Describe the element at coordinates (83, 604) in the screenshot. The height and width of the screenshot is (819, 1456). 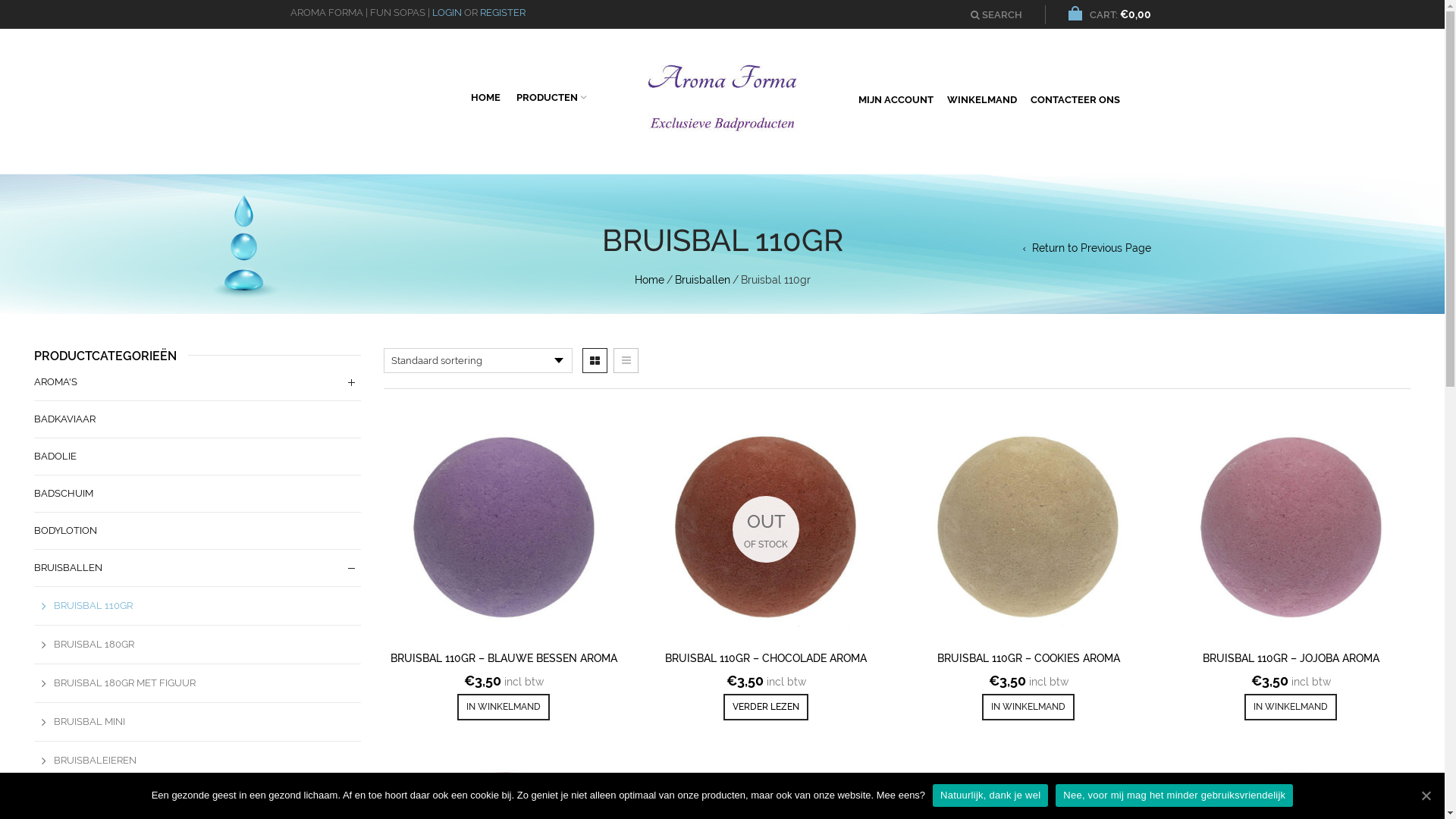
I see `'BRUISBAL 110GR'` at that location.